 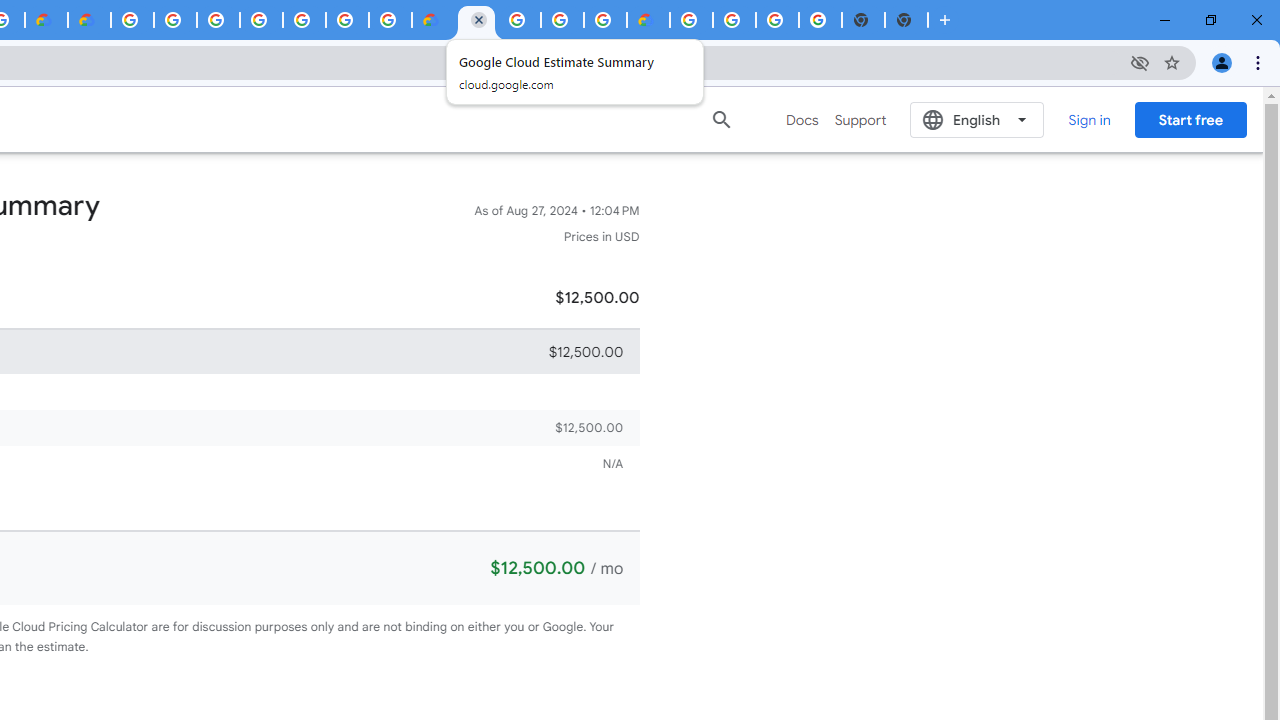 I want to click on 'Google Cloud Platform', so click(x=519, y=20).